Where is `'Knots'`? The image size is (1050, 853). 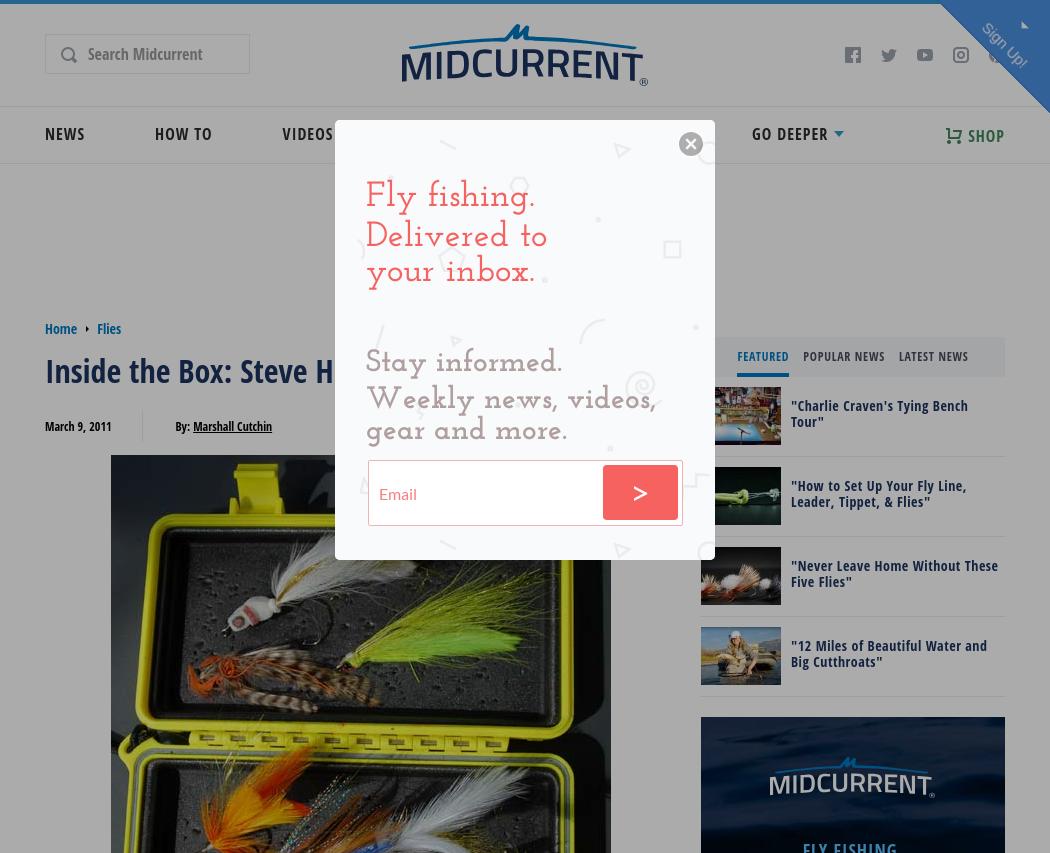 'Knots' is located at coordinates (581, 193).